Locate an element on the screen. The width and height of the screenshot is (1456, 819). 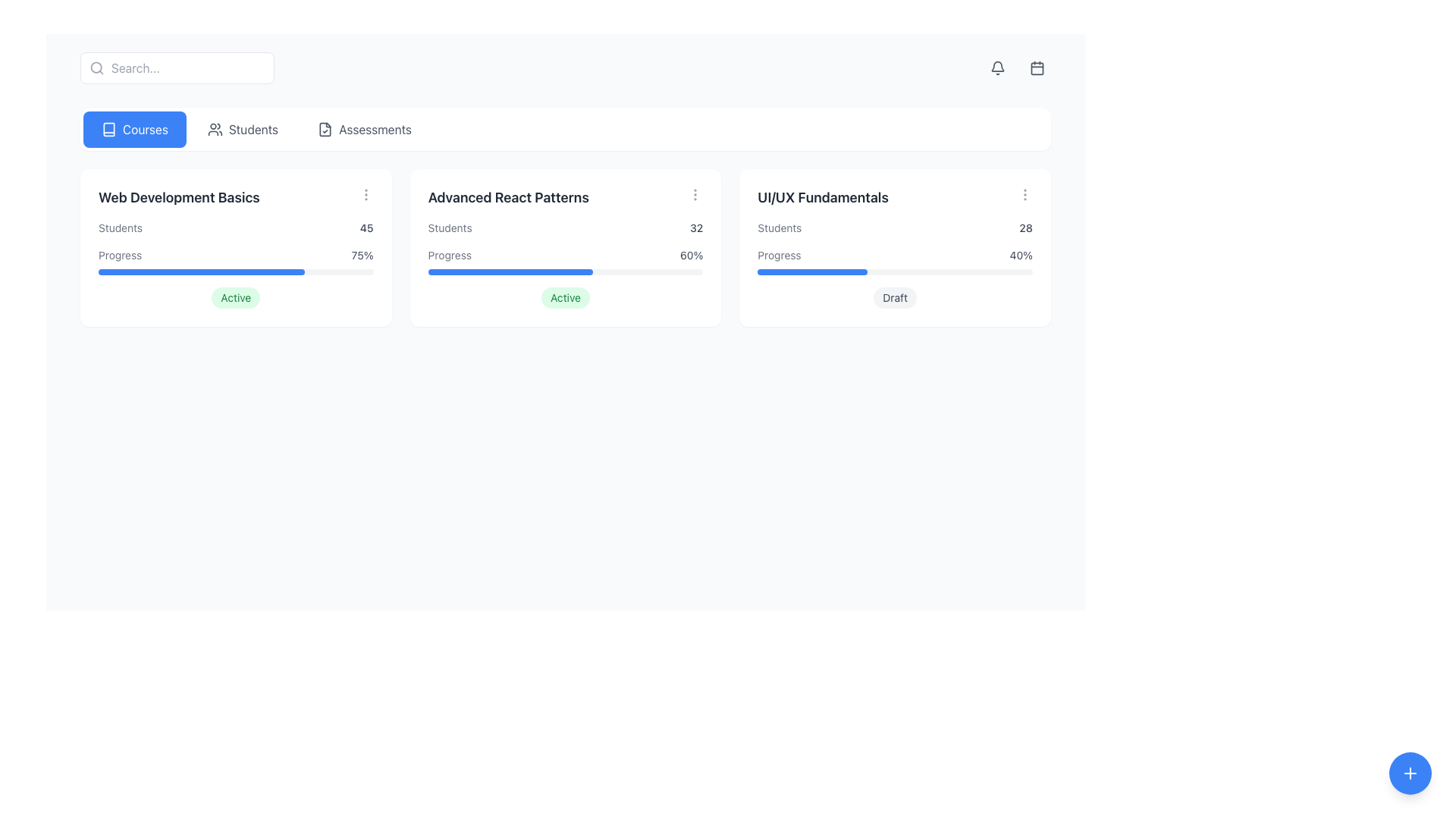
the blue progress indicator bar indicating 75% completion located within the 'Web Development Basics' card, beneath the 'Progress' label is located at coordinates (200, 271).